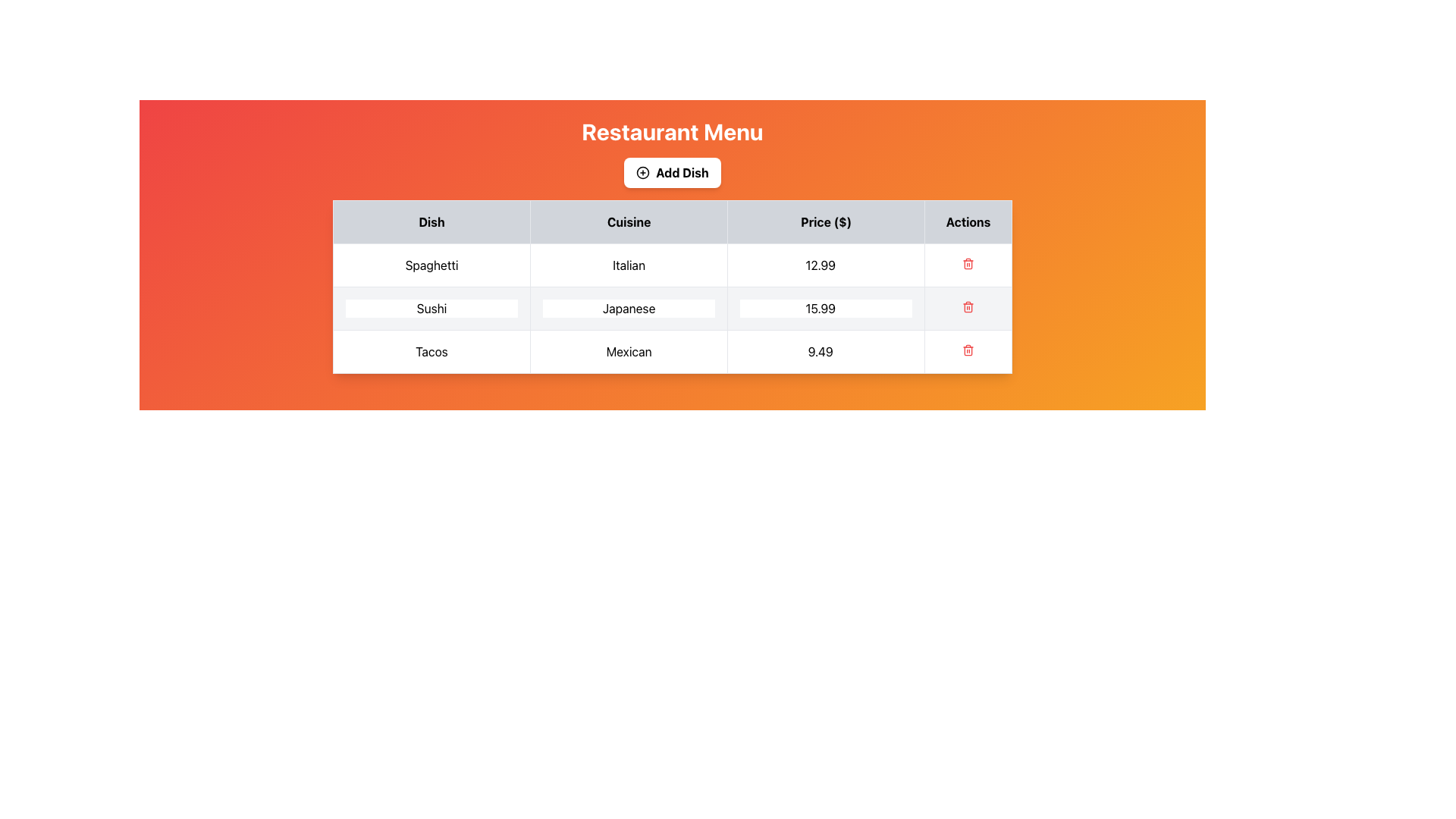 This screenshot has height=819, width=1456. I want to click on the compact trash icon delete button in the 'Actions' column of the row for 'Sushi' and 'Japanese' in the table, so click(968, 308).